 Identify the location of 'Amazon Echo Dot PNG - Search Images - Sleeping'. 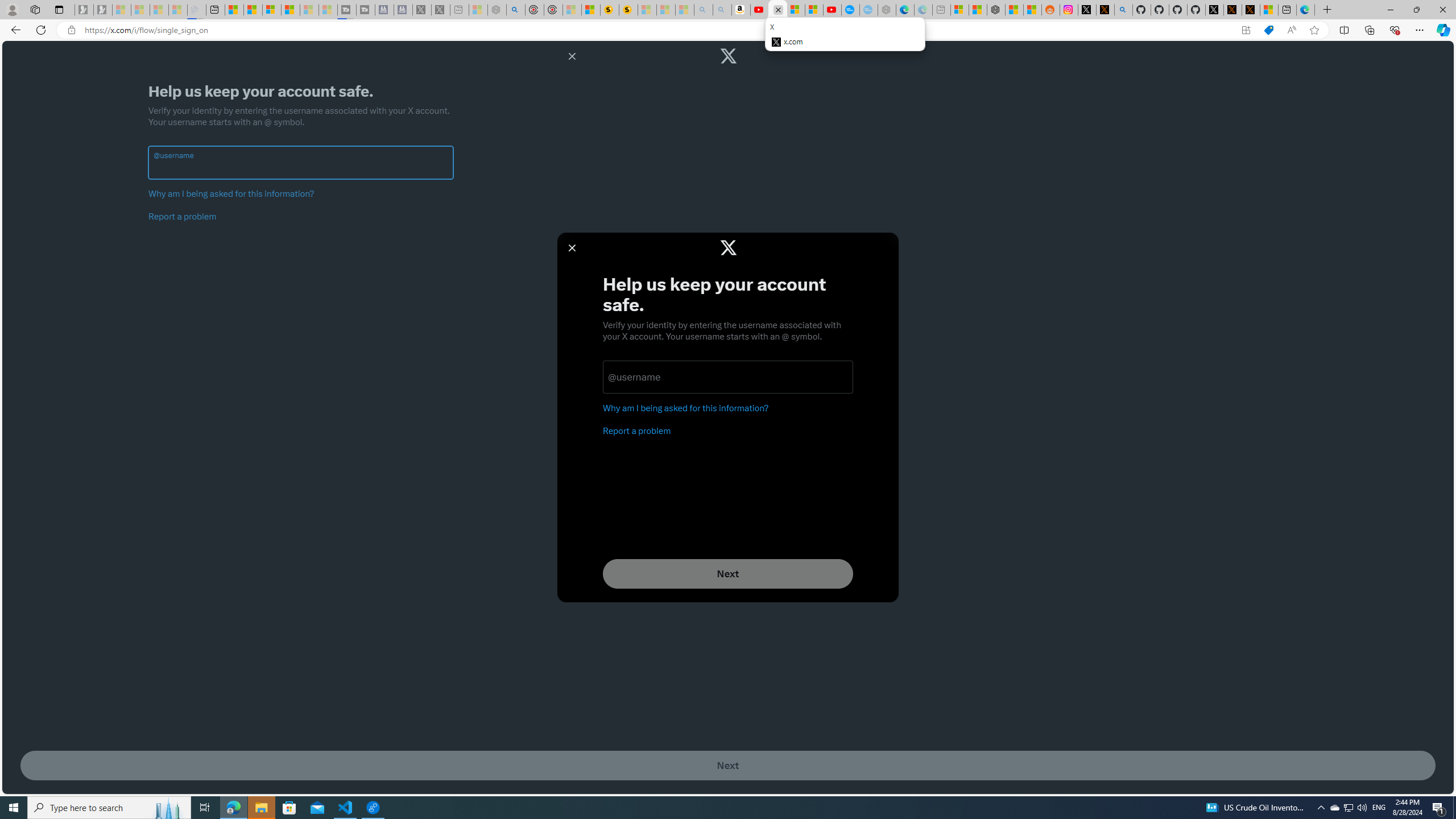
(721, 9).